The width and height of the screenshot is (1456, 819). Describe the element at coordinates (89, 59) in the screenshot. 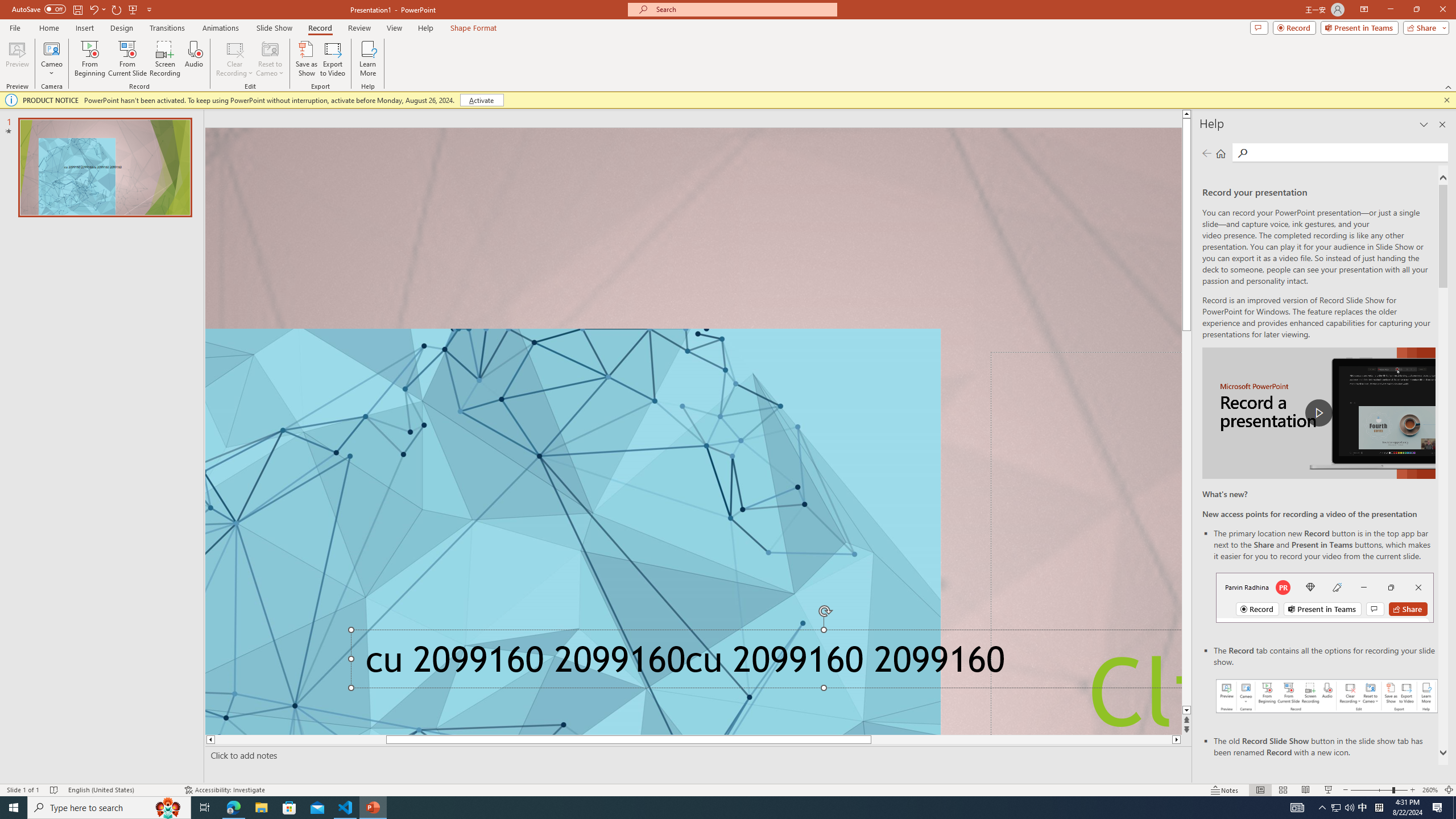

I see `'From Beginning...'` at that location.